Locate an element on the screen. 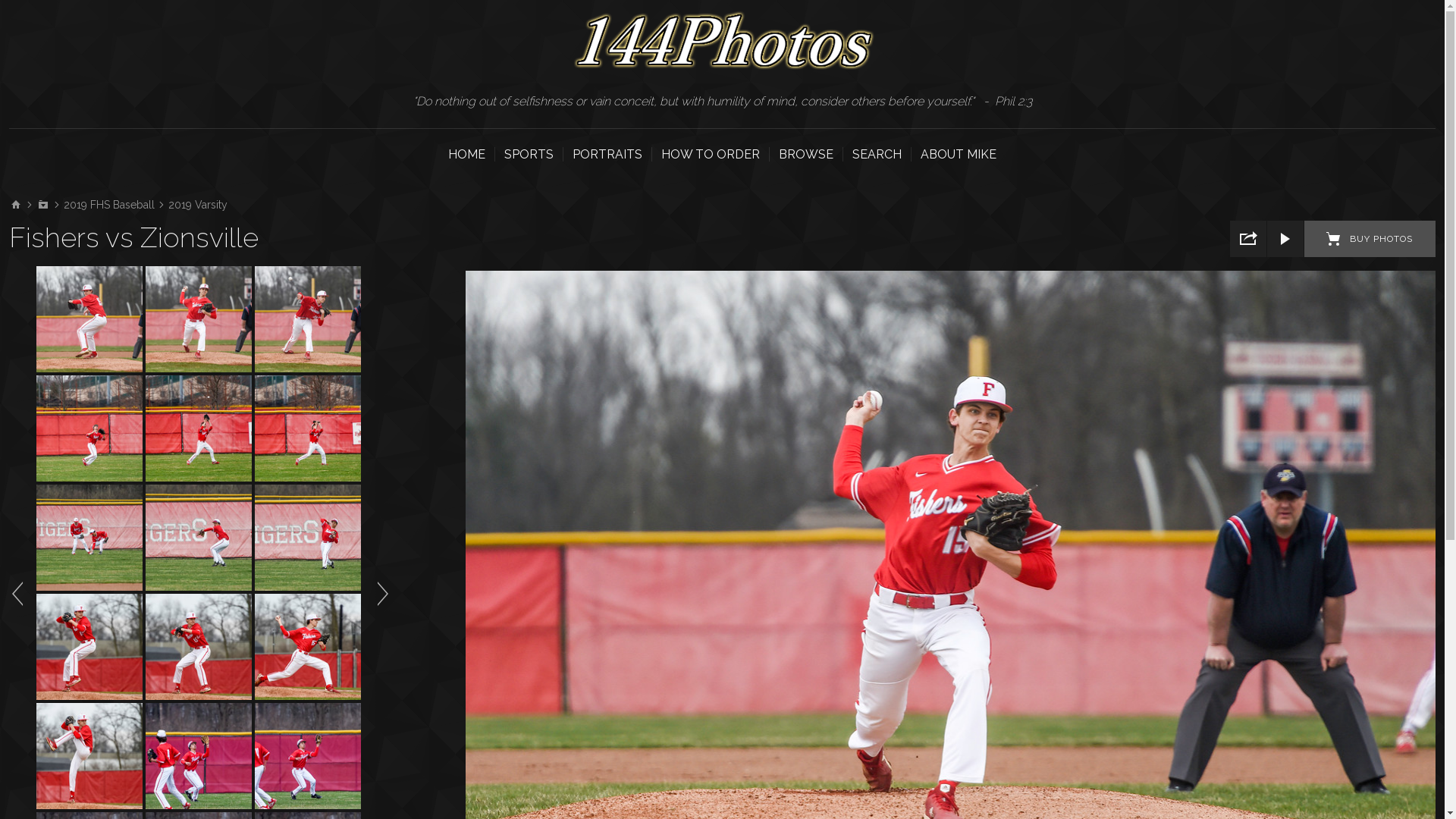  'BUY PHOTOS' is located at coordinates (1370, 239).